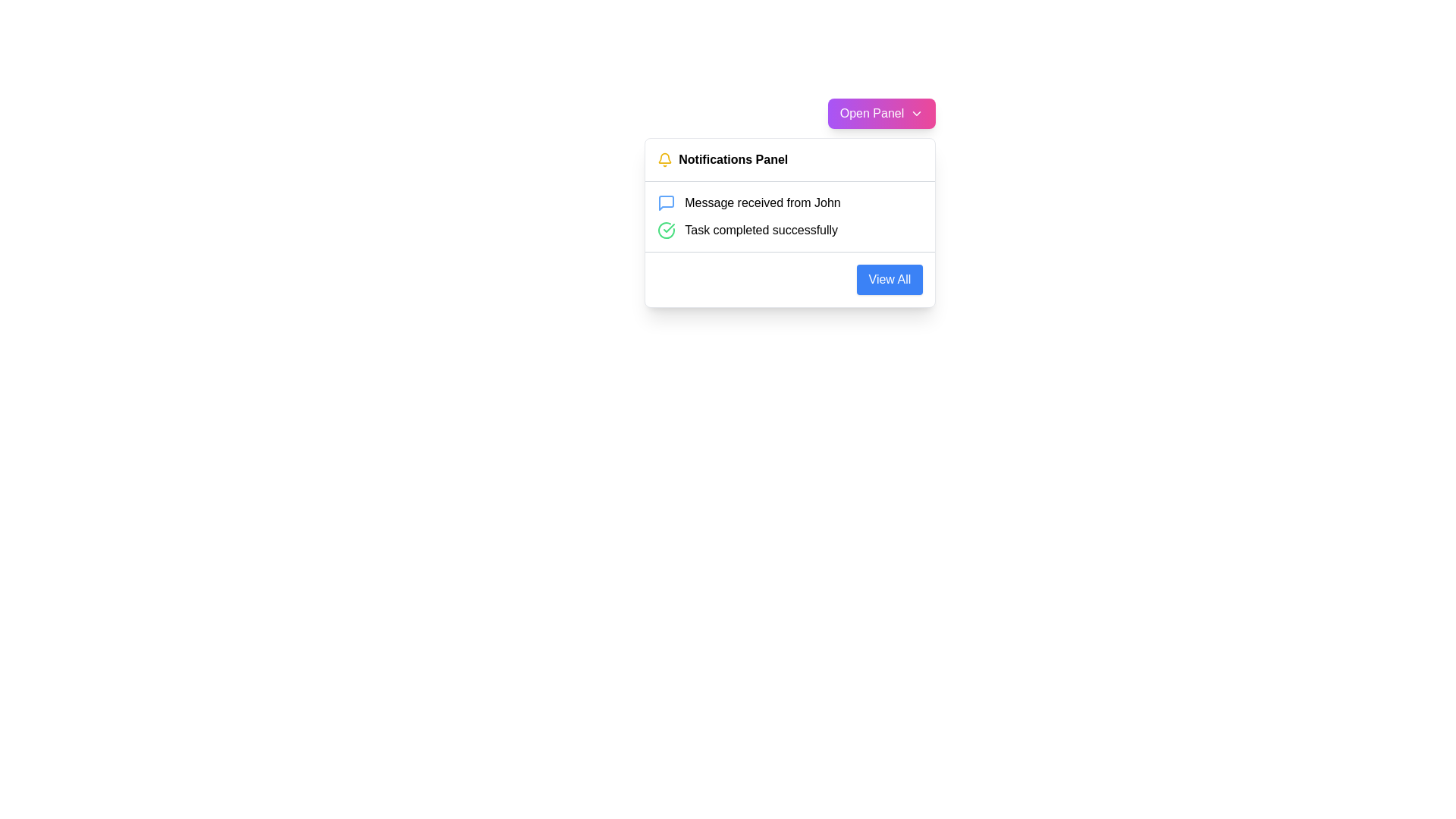  What do you see at coordinates (667, 231) in the screenshot?
I see `the circular icon with a checkmark inside, which has a green outline and indicates that the task was completed successfully. This icon is located to the left of the text in the notifications panel` at bounding box center [667, 231].